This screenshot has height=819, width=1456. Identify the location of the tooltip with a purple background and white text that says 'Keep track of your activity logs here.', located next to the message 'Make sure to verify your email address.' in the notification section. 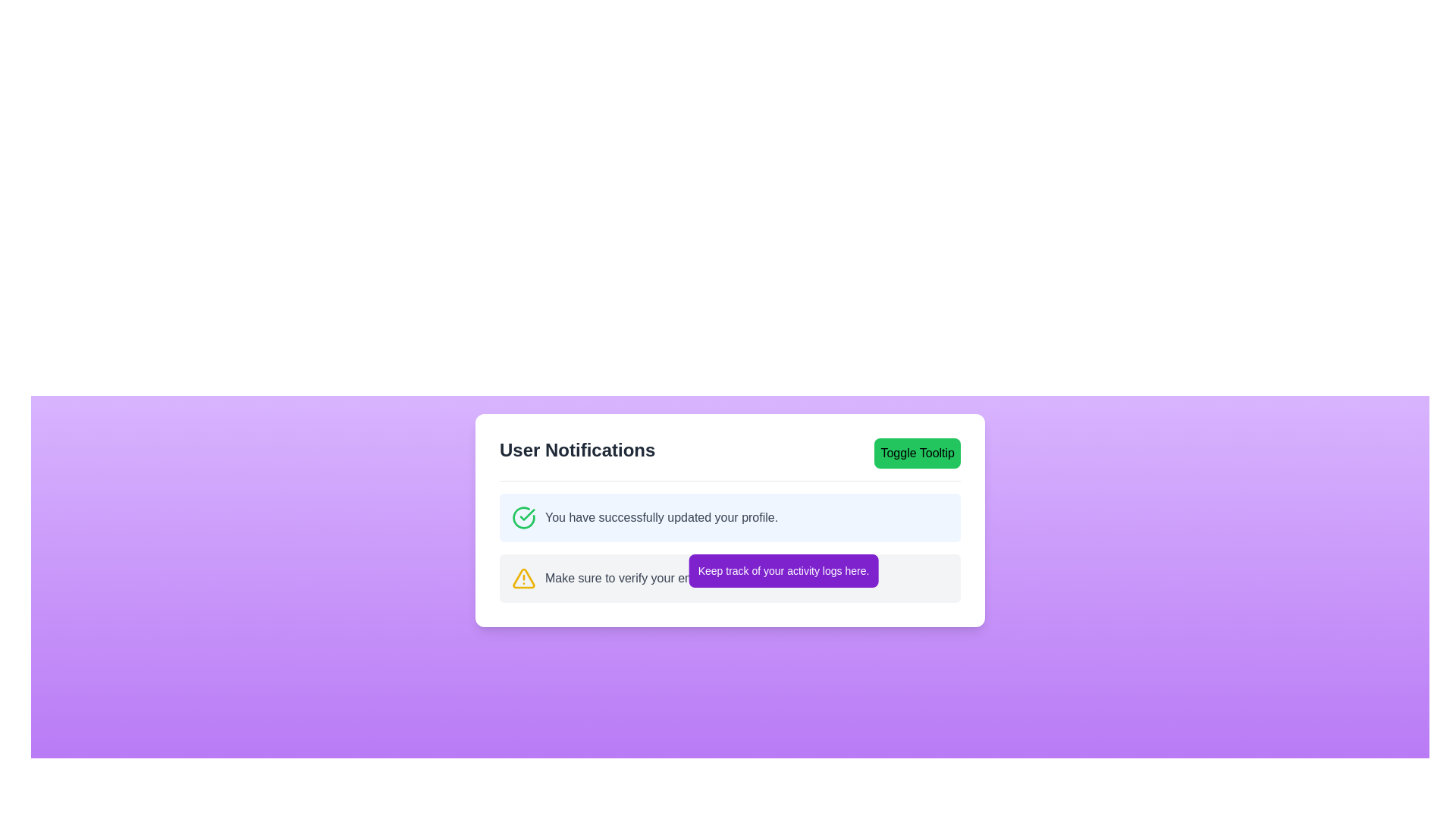
(730, 579).